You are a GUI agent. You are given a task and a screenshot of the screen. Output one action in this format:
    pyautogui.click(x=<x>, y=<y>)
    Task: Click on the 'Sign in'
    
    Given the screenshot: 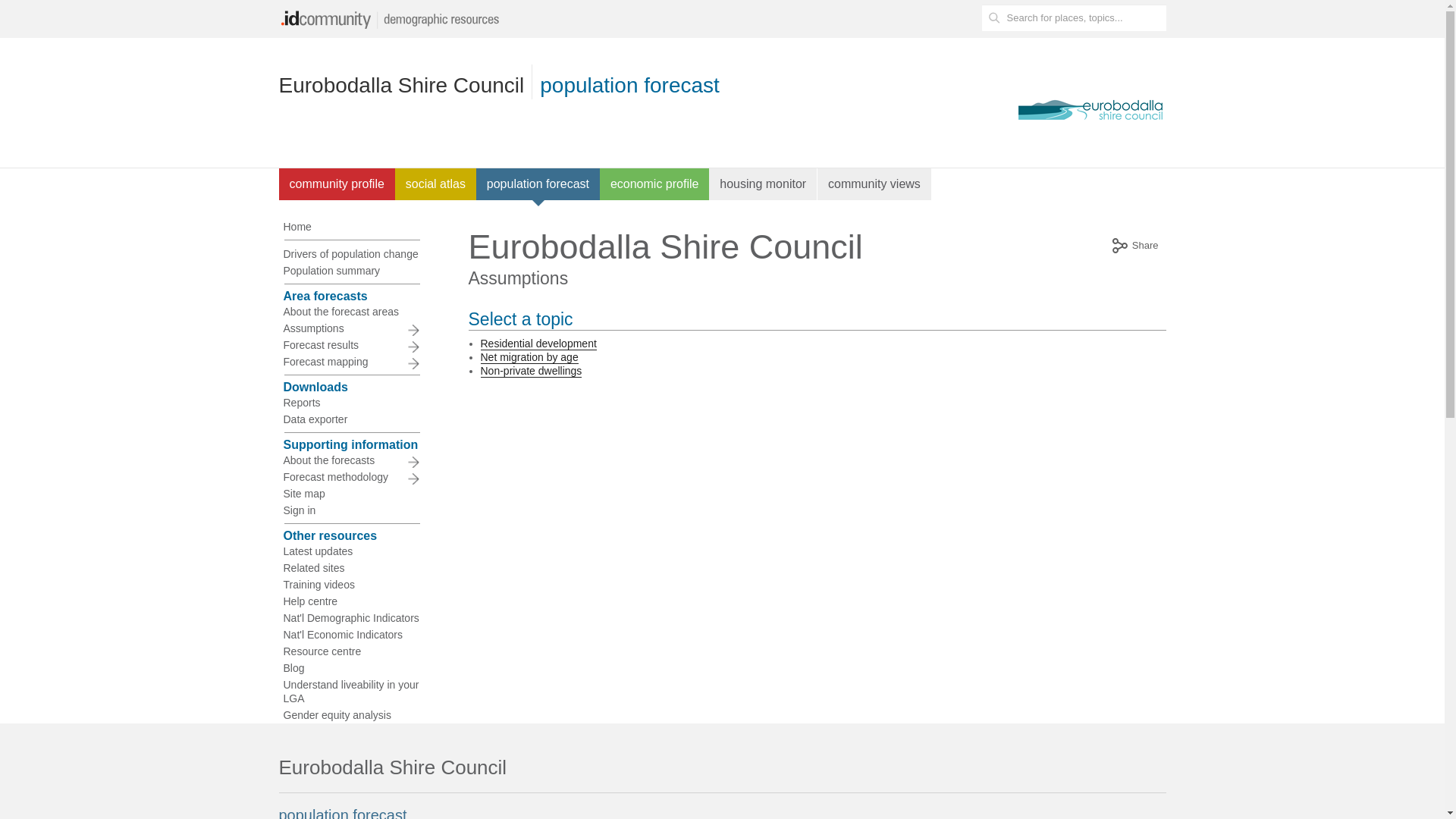 What is the action you would take?
    pyautogui.click(x=350, y=510)
    